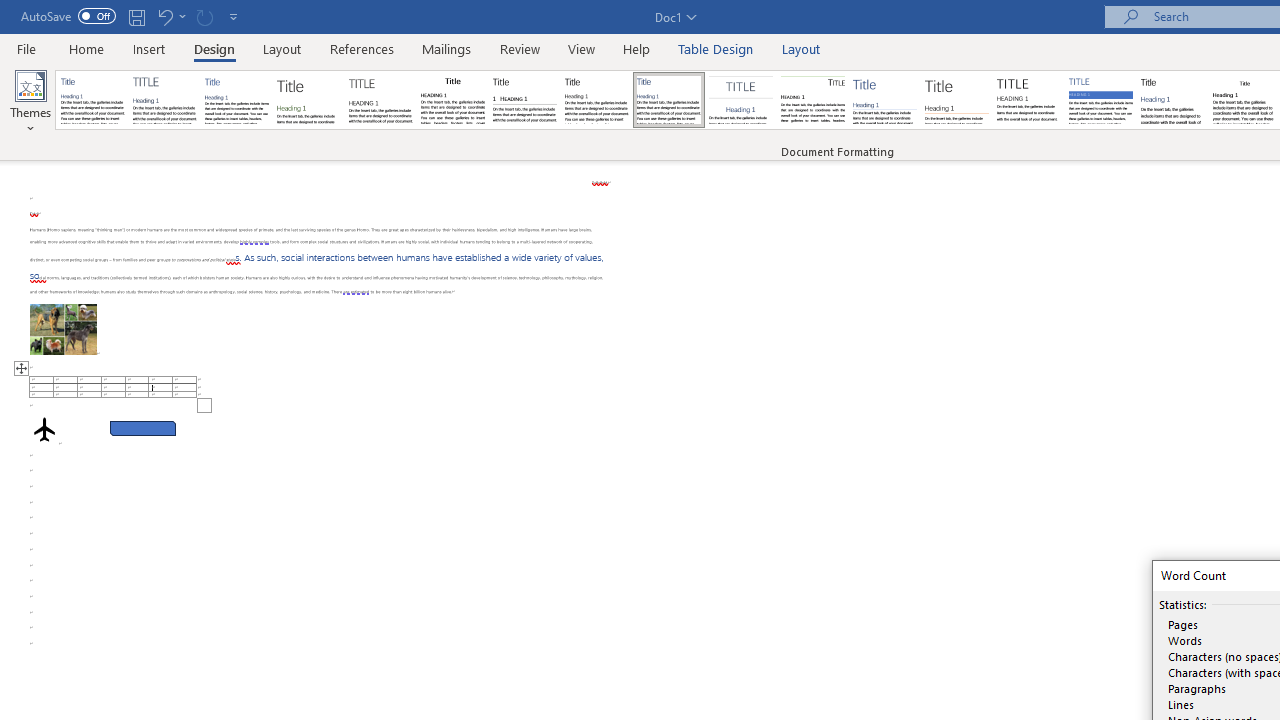 The image size is (1280, 720). What do you see at coordinates (44, 428) in the screenshot?
I see `'Airplane with solid fill'` at bounding box center [44, 428].